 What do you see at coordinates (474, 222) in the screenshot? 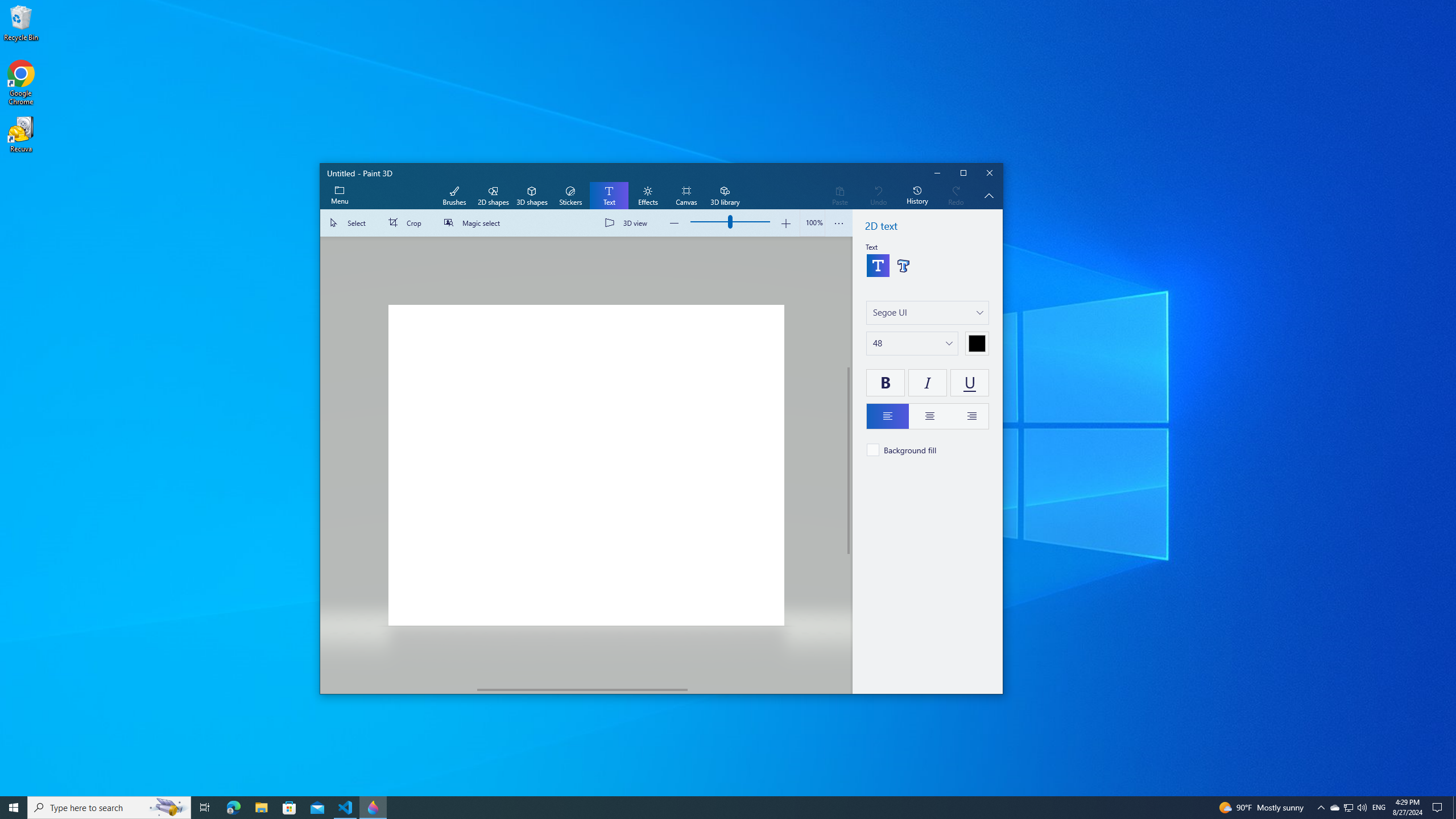
I see `'Magic select'` at bounding box center [474, 222].